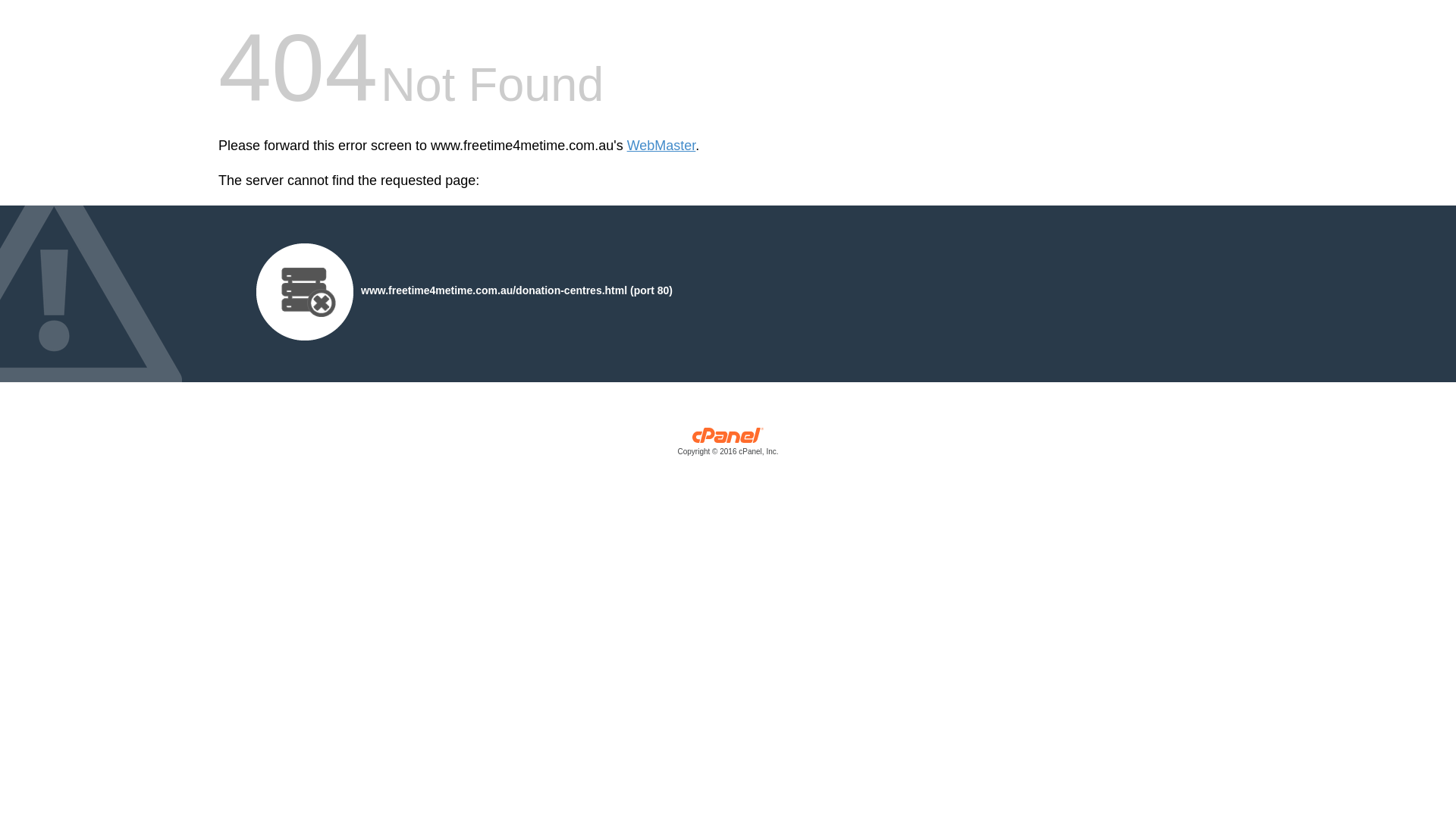  I want to click on 'WebMaster', so click(626, 146).